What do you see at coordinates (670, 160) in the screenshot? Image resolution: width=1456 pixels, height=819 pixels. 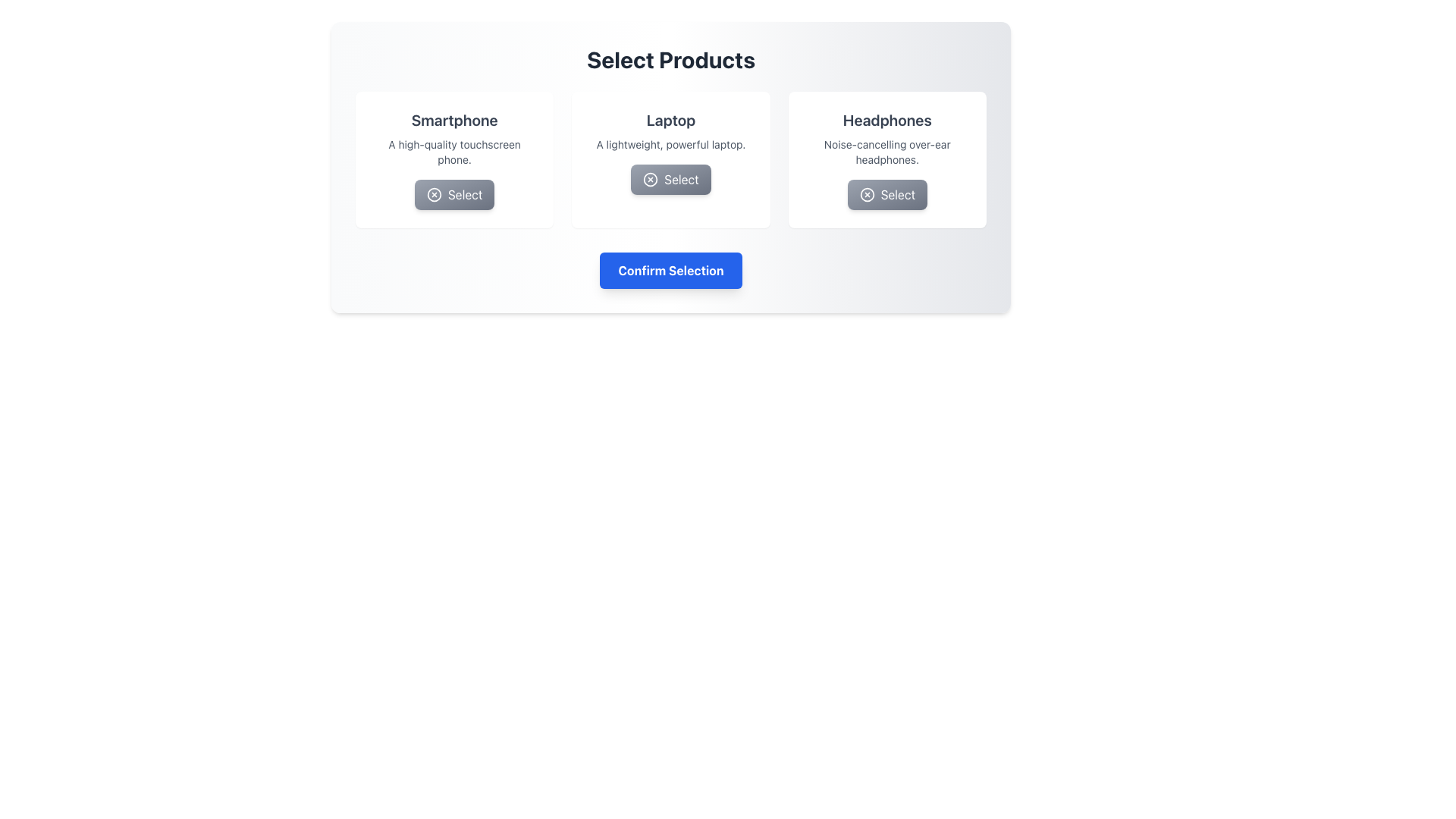 I see `the 'Select' button in the product item panel representing a laptop to choose this product` at bounding box center [670, 160].